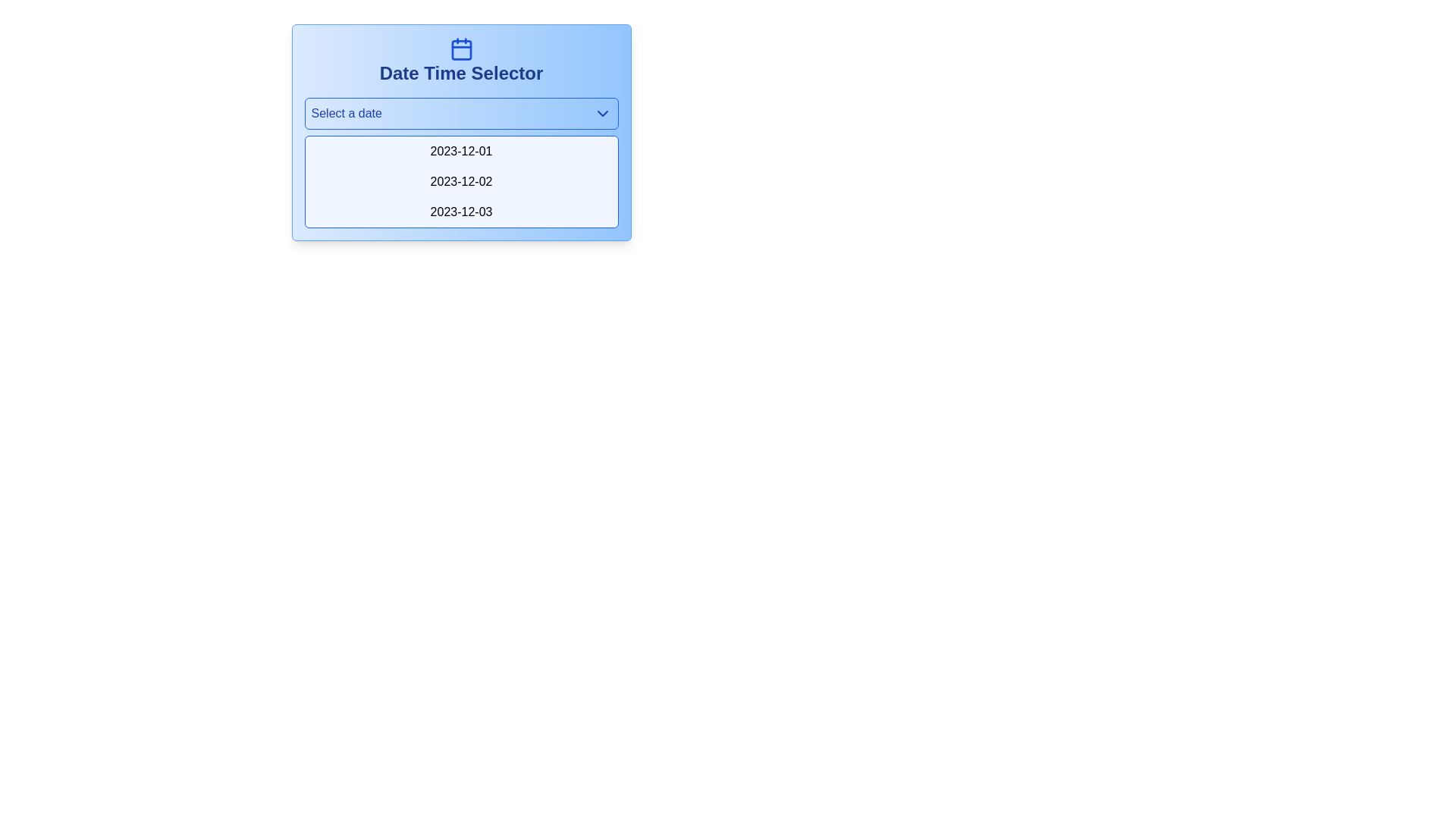  What do you see at coordinates (460, 152) in the screenshot?
I see `the first item in the dropdown menu displaying the date '2023-12-01'` at bounding box center [460, 152].